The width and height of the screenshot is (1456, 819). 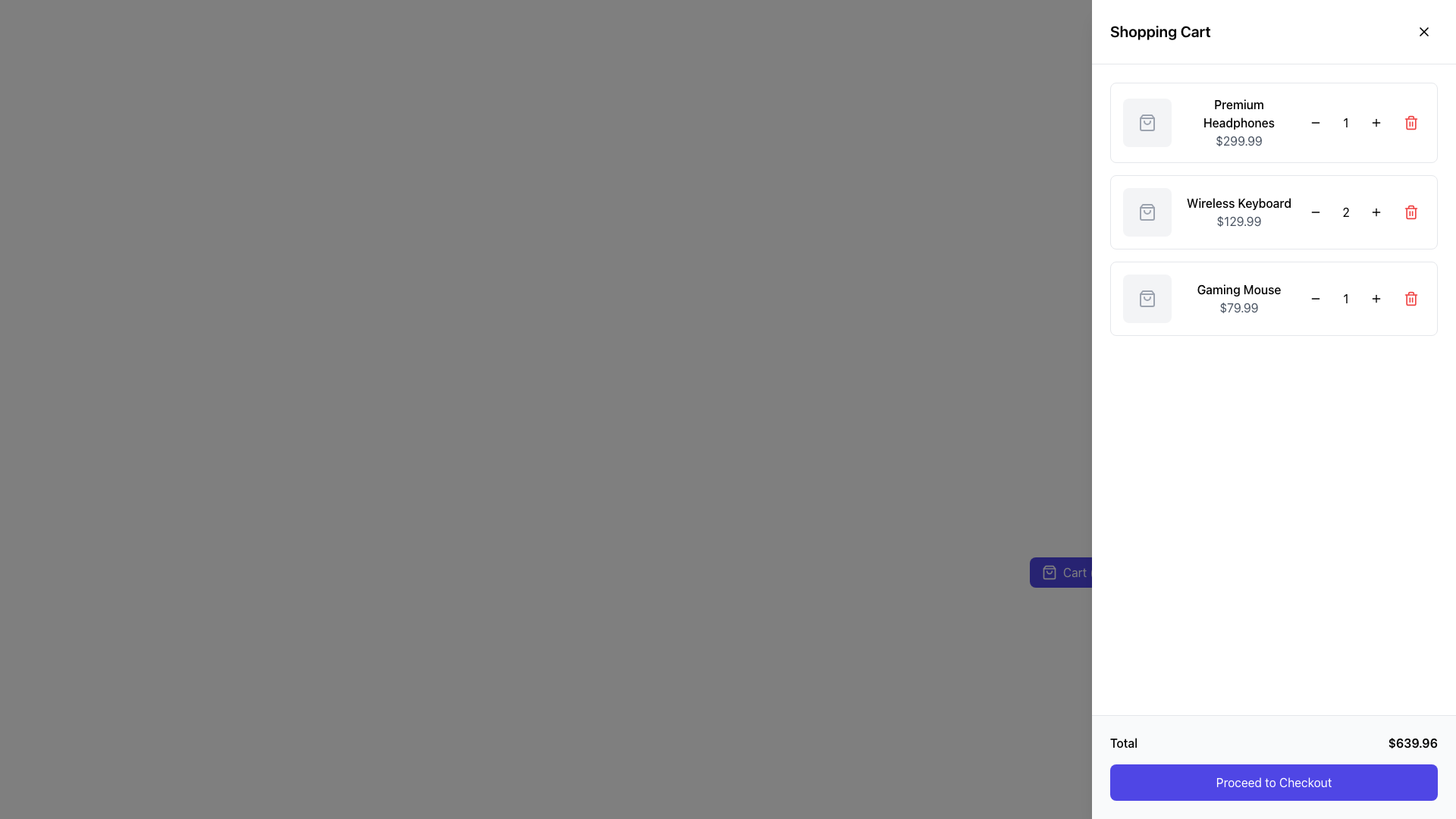 What do you see at coordinates (1410, 298) in the screenshot?
I see `the red trash bin icon button` at bounding box center [1410, 298].